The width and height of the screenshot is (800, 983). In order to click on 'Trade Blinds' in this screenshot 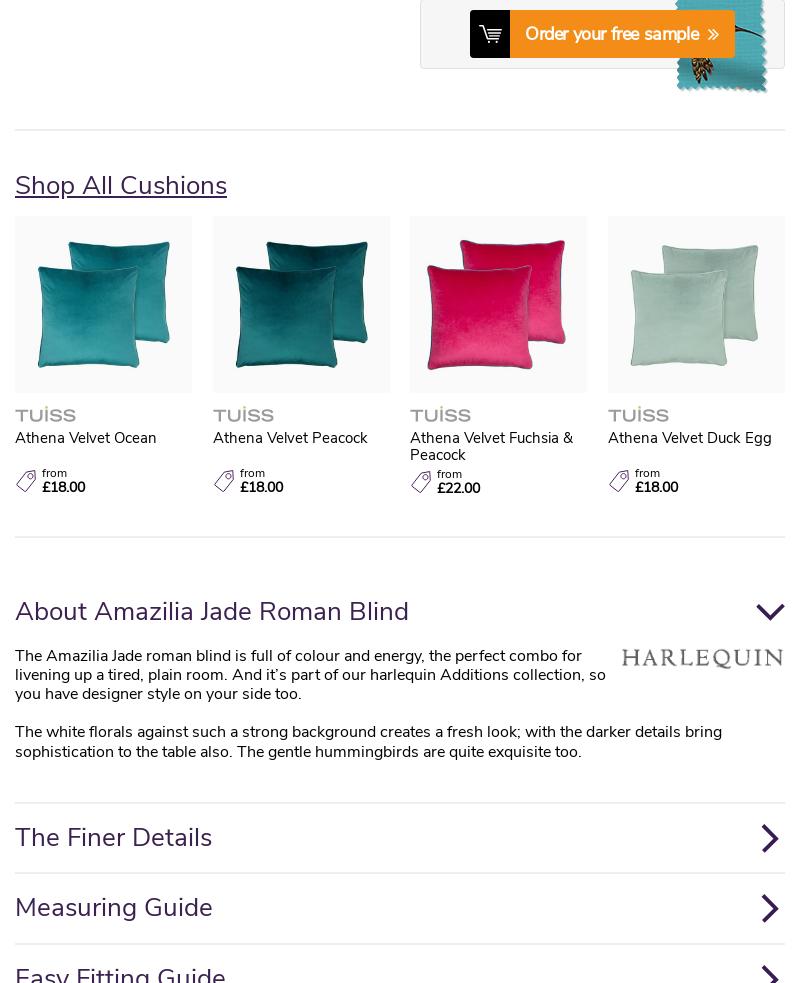, I will do `click(206, 360)`.